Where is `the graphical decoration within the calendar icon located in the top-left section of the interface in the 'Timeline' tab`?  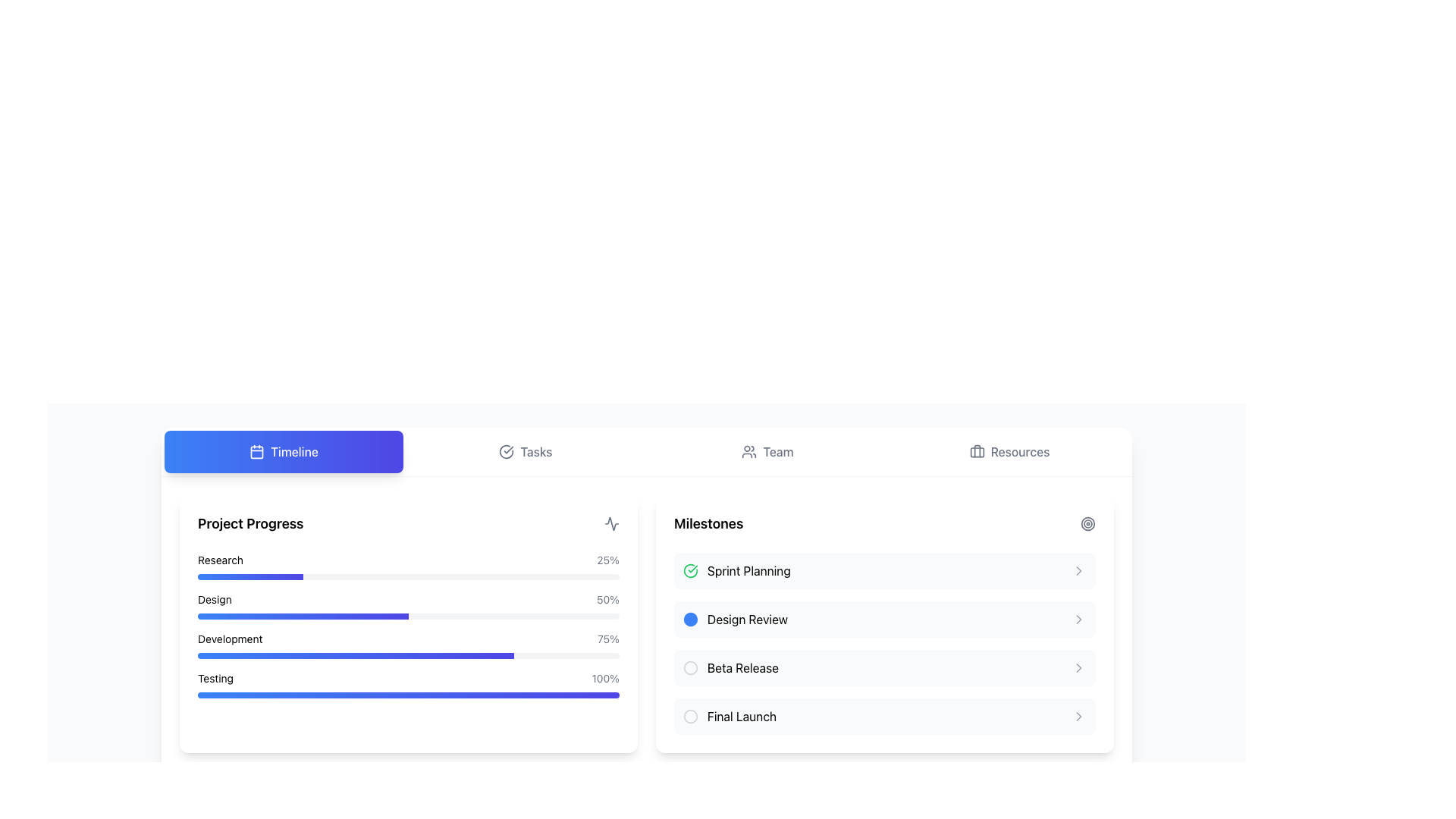
the graphical decoration within the calendar icon located in the top-left section of the interface in the 'Timeline' tab is located at coordinates (257, 451).